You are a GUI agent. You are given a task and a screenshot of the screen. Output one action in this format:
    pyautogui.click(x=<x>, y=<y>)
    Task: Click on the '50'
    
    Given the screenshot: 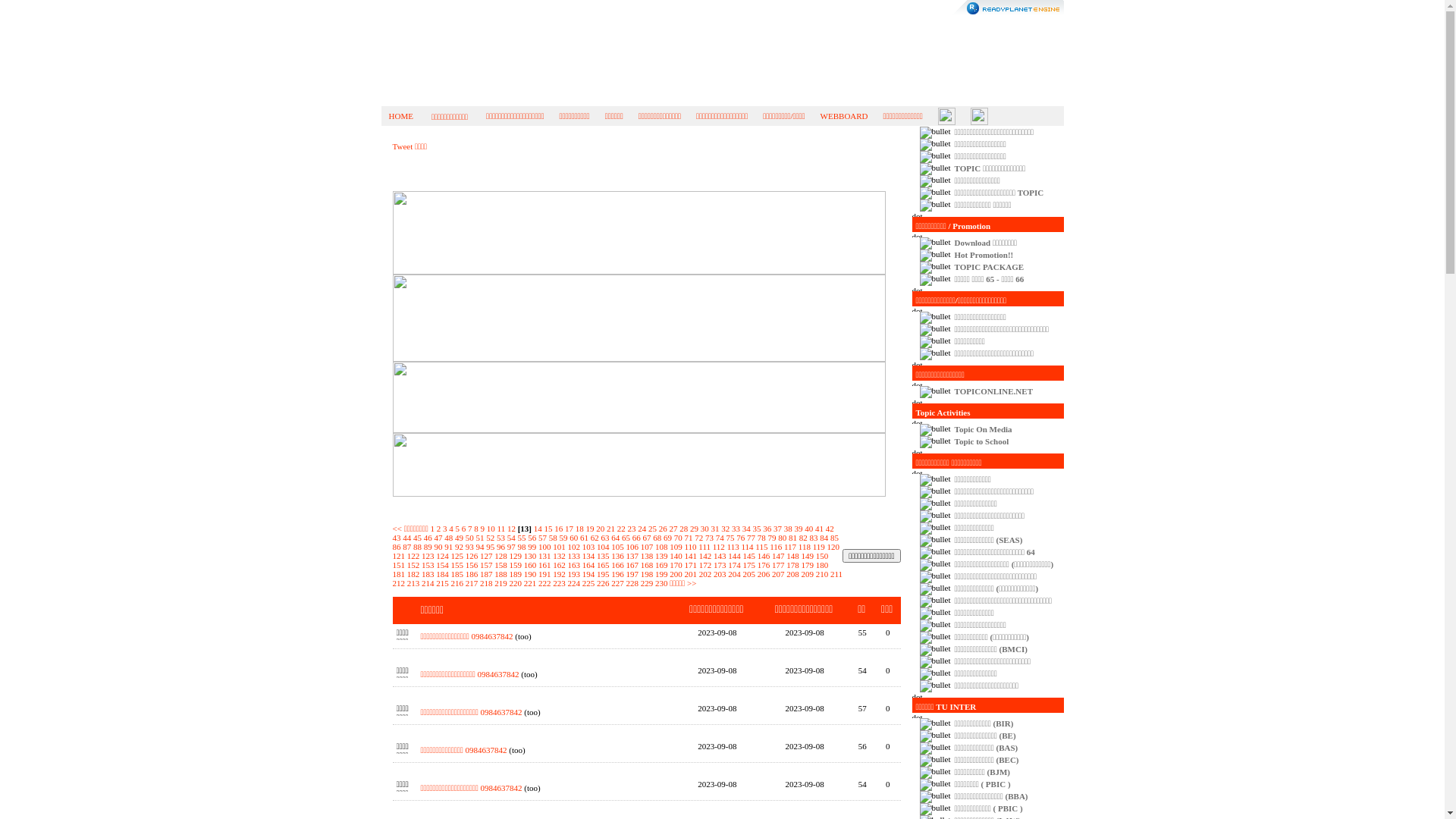 What is the action you would take?
    pyautogui.click(x=469, y=537)
    